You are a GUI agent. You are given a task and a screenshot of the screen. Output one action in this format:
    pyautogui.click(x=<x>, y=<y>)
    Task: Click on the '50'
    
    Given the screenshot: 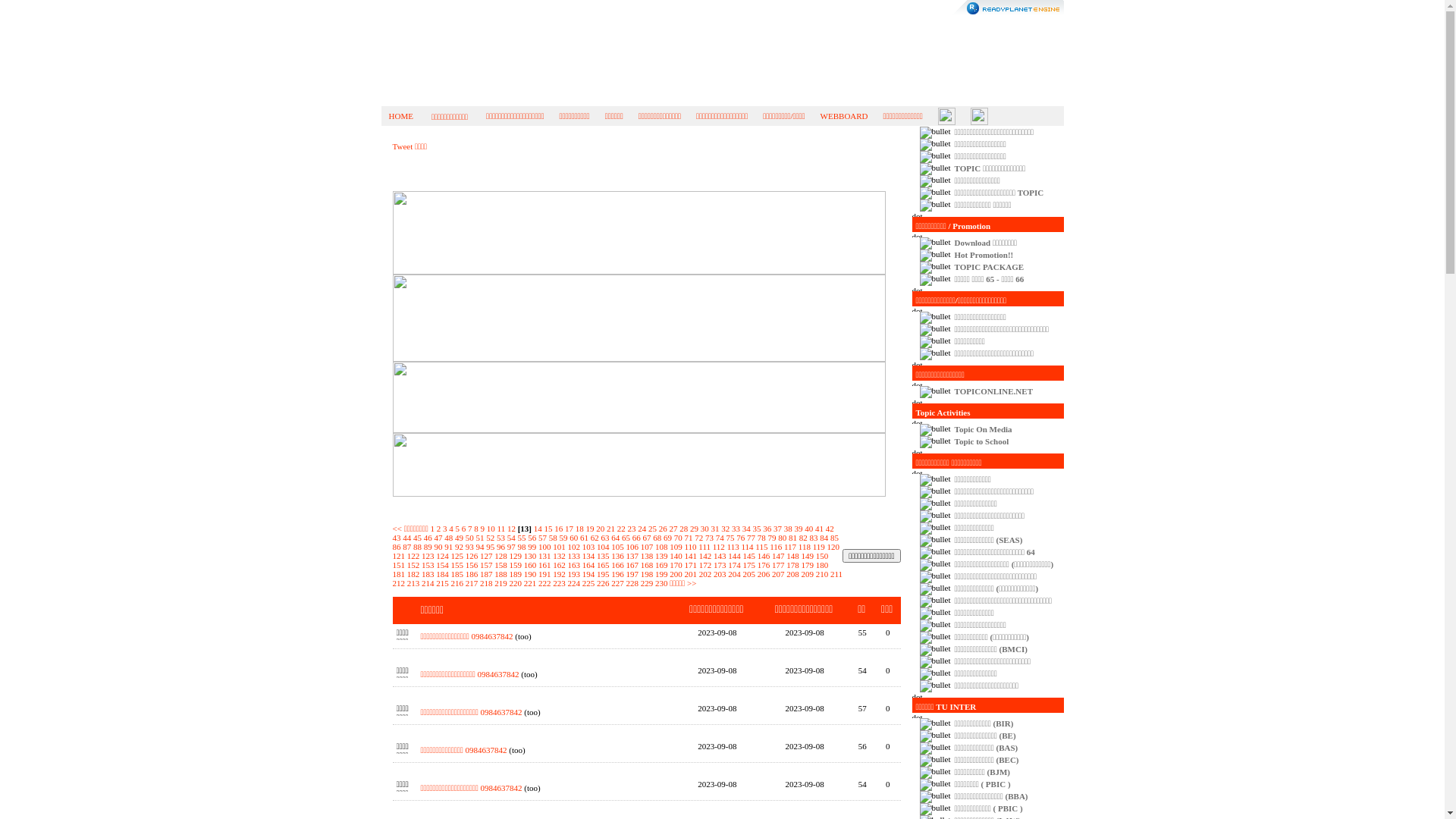 What is the action you would take?
    pyautogui.click(x=469, y=537)
    